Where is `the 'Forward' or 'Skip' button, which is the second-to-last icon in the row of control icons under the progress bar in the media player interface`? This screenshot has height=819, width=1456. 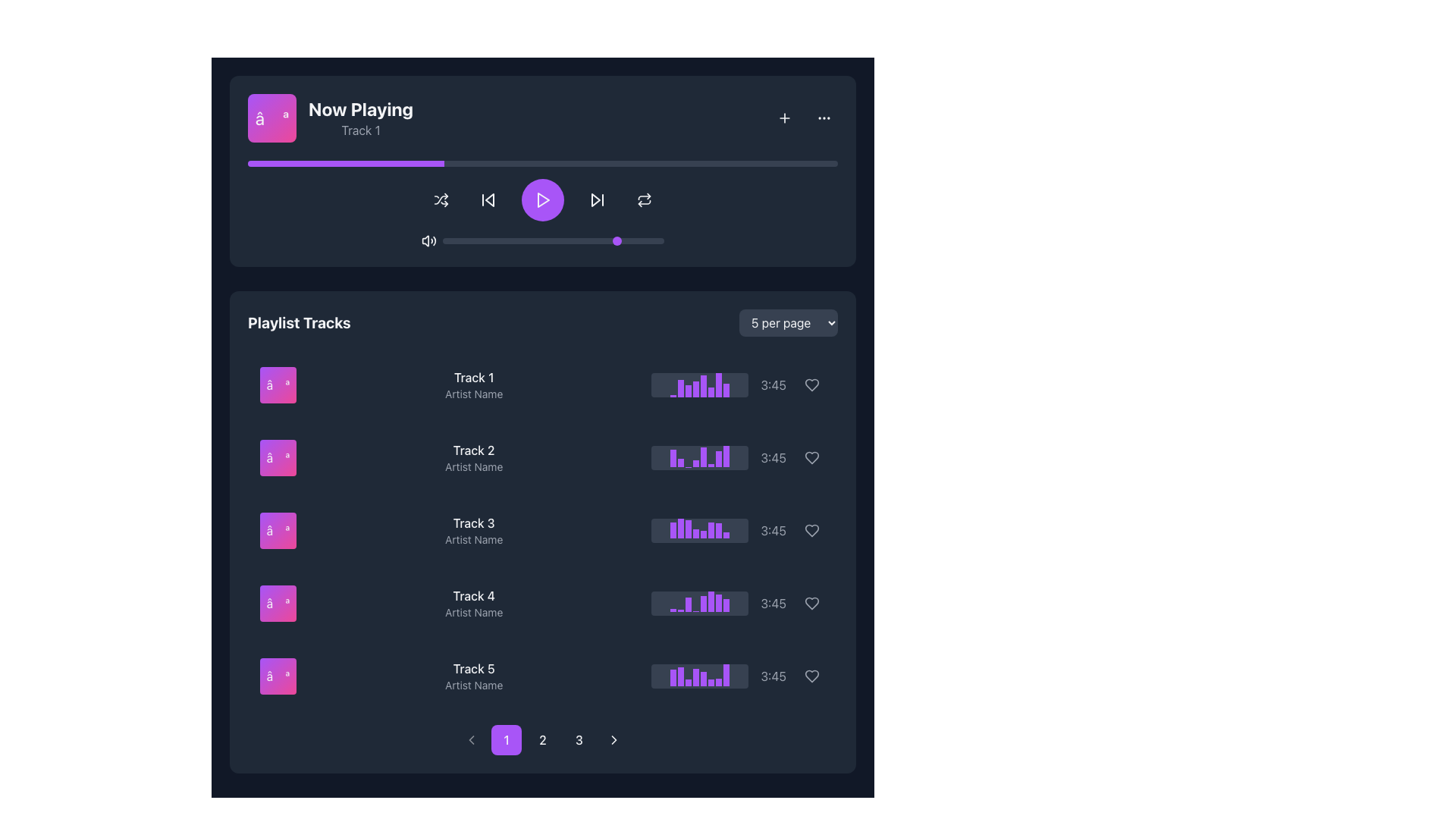
the 'Forward' or 'Skip' button, which is the second-to-last icon in the row of control icons under the progress bar in the media player interface is located at coordinates (595, 199).